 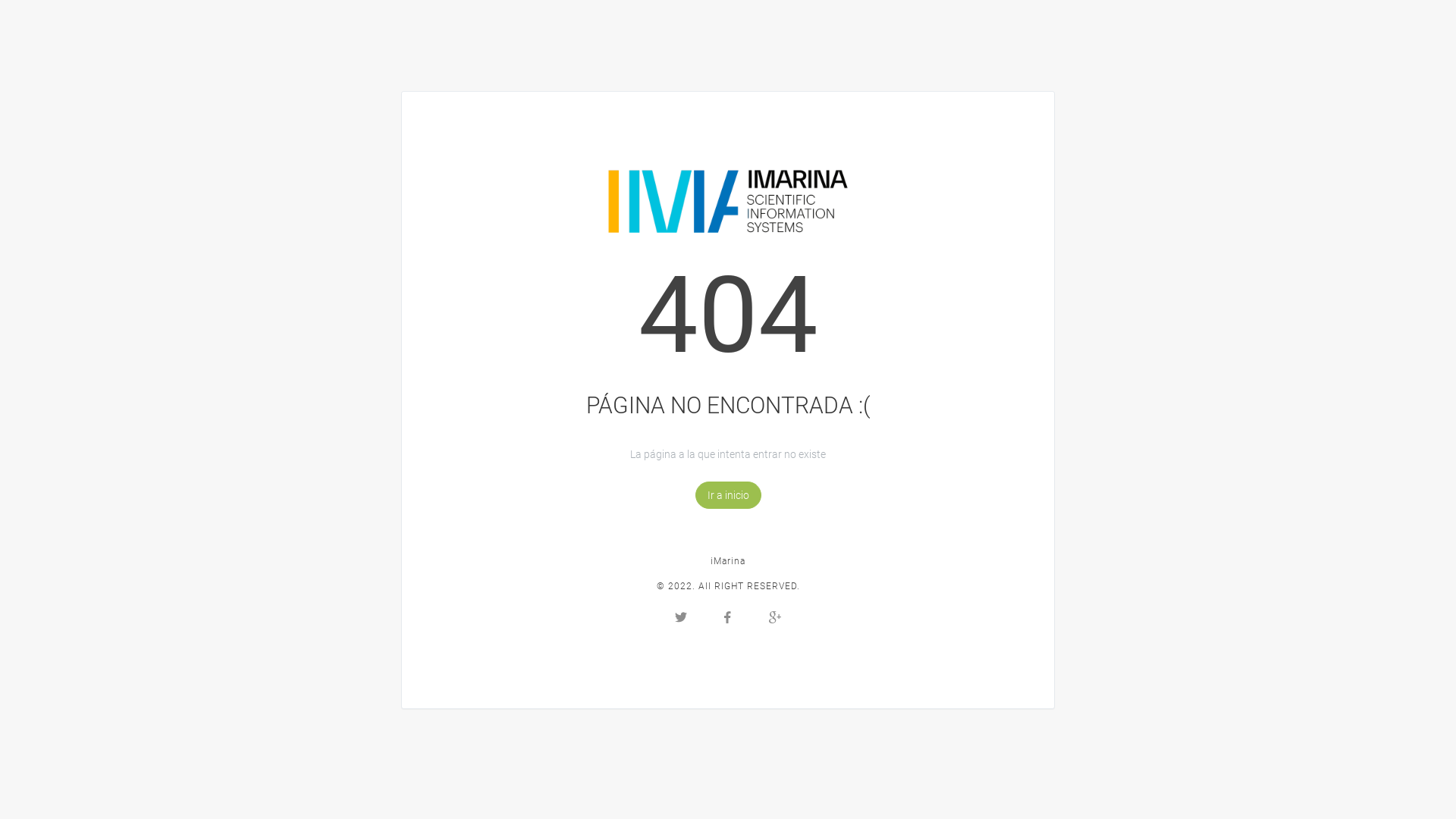 I want to click on 'Ir a inicio', so click(x=694, y=494).